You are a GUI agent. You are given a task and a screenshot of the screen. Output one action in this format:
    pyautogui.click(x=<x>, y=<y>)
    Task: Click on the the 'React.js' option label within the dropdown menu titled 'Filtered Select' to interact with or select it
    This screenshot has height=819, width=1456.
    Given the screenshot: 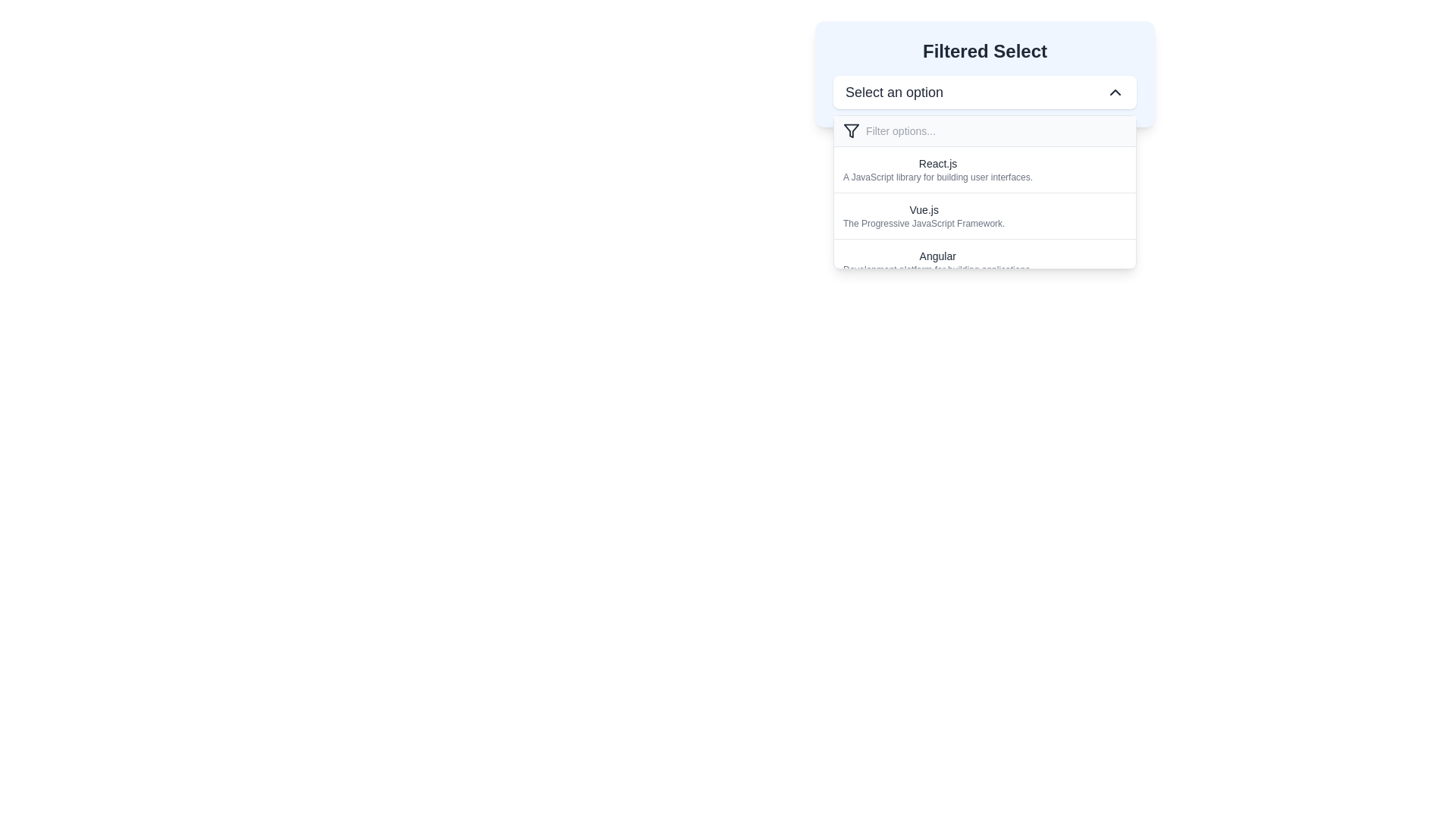 What is the action you would take?
    pyautogui.click(x=937, y=164)
    